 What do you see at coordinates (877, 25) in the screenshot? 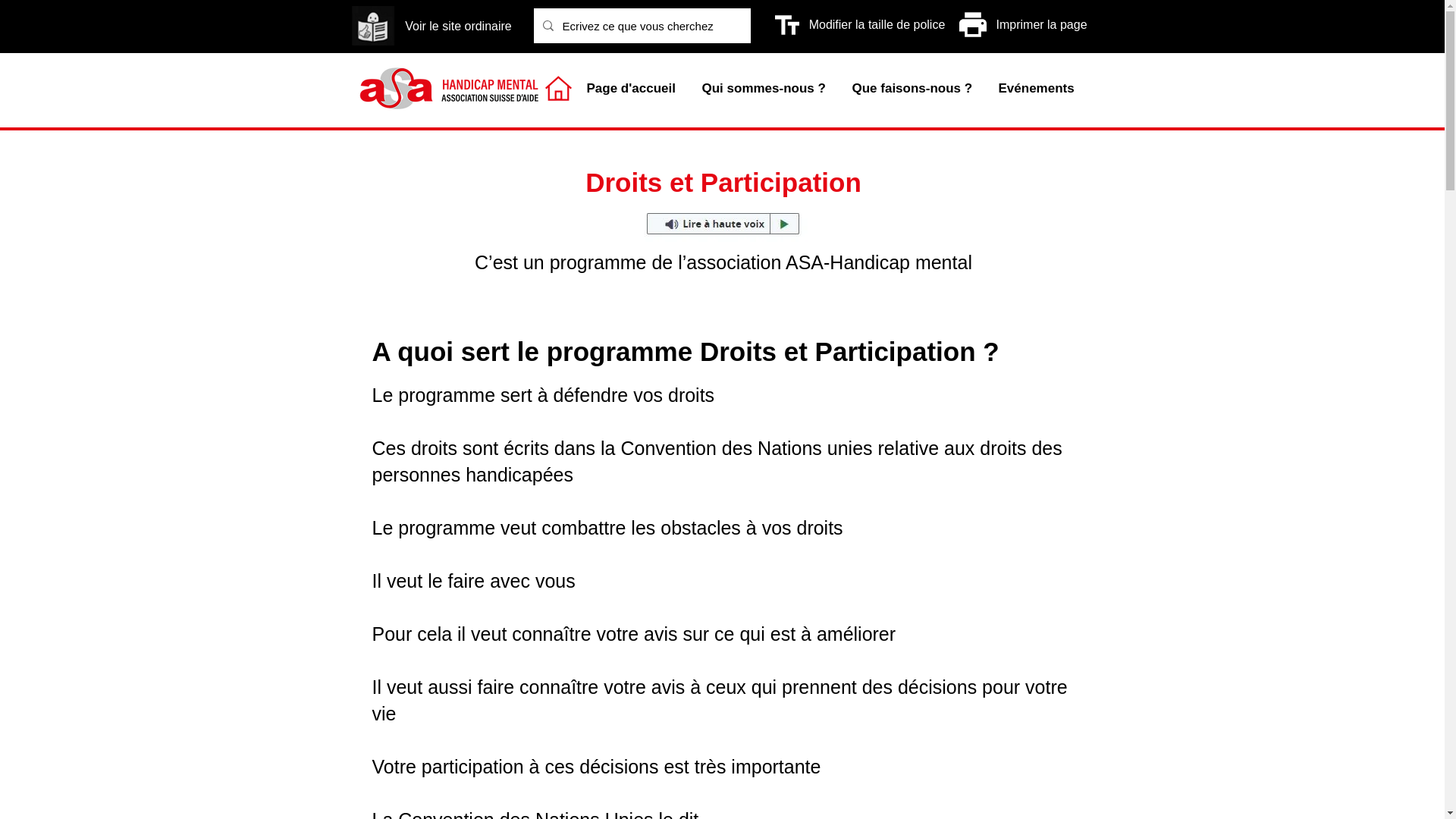
I see `'Modifier la taille de police'` at bounding box center [877, 25].